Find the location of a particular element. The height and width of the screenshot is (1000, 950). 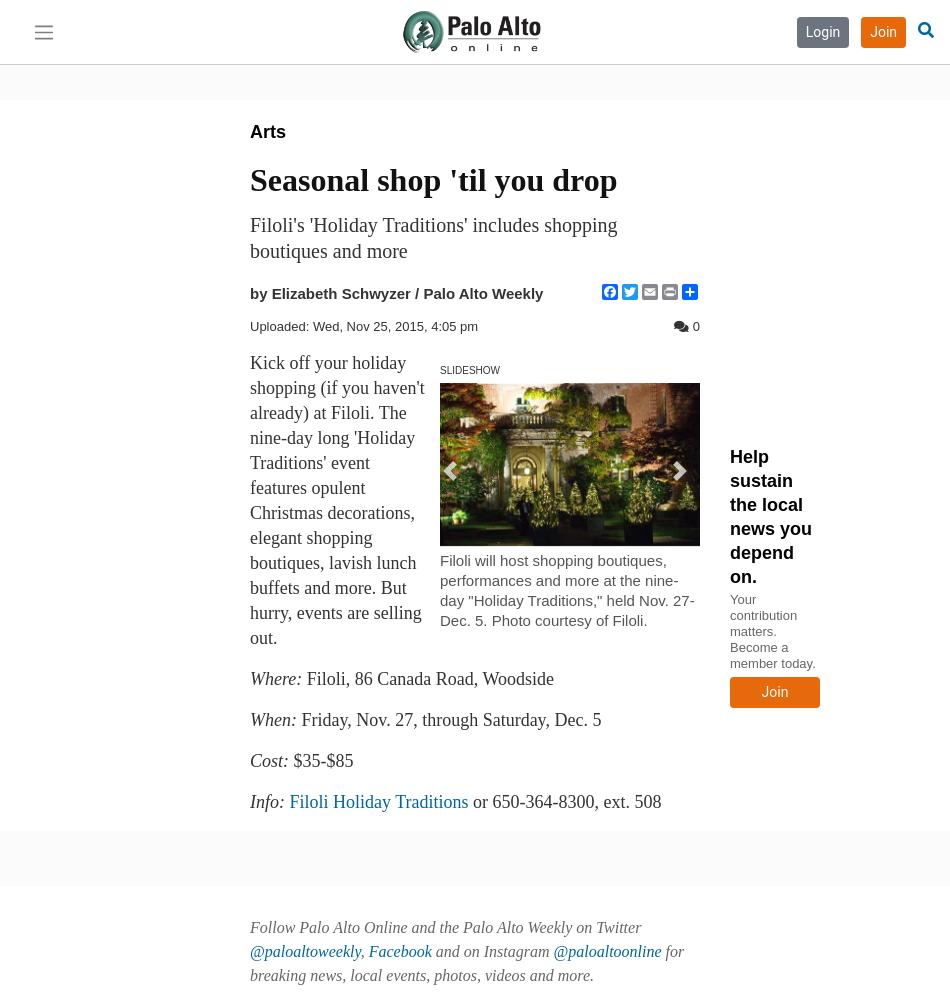

'$35-$85' is located at coordinates (287, 761).